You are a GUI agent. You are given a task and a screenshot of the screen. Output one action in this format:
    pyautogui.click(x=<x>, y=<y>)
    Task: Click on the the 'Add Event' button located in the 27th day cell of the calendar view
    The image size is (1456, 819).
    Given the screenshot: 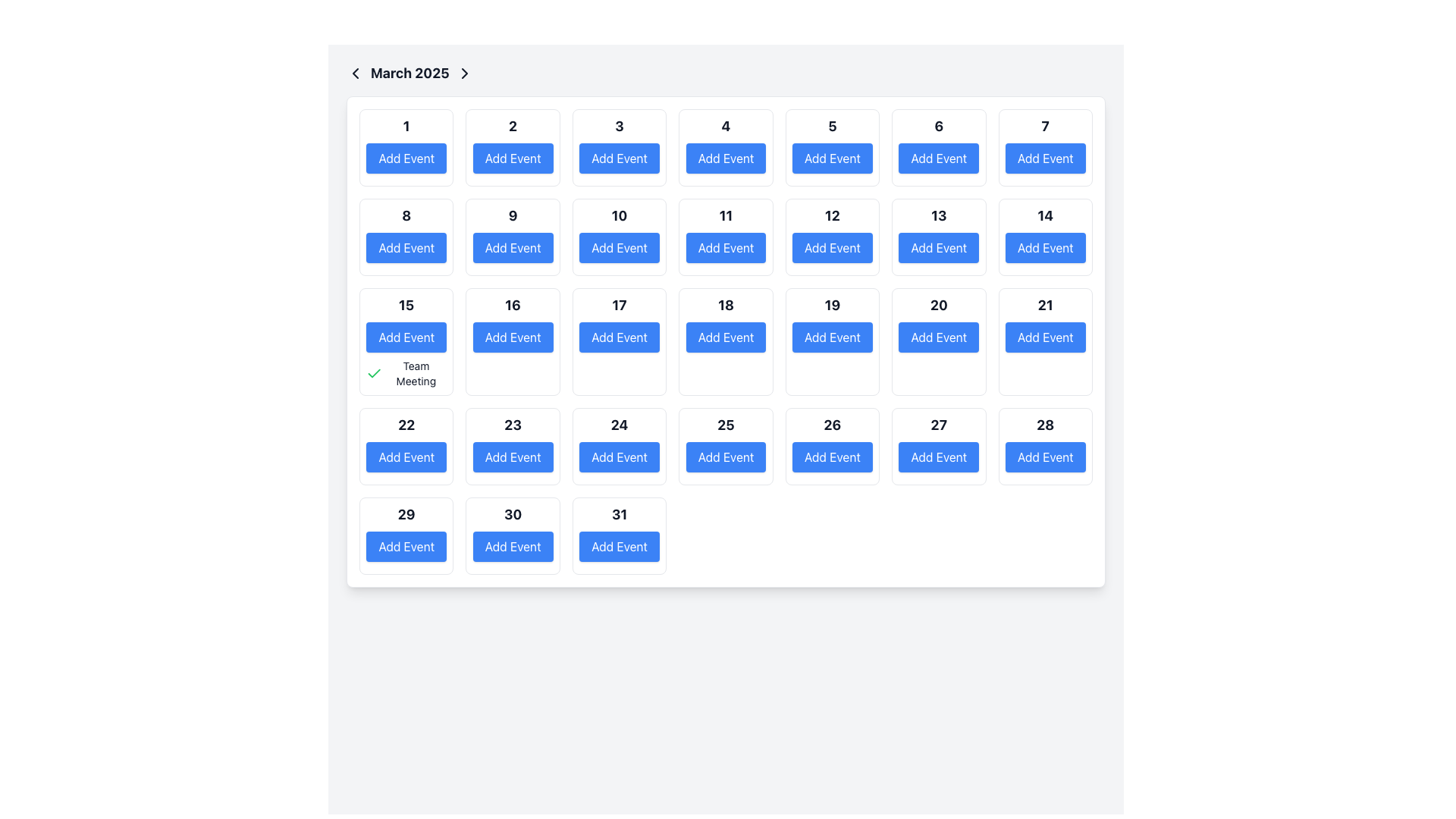 What is the action you would take?
    pyautogui.click(x=938, y=446)
    